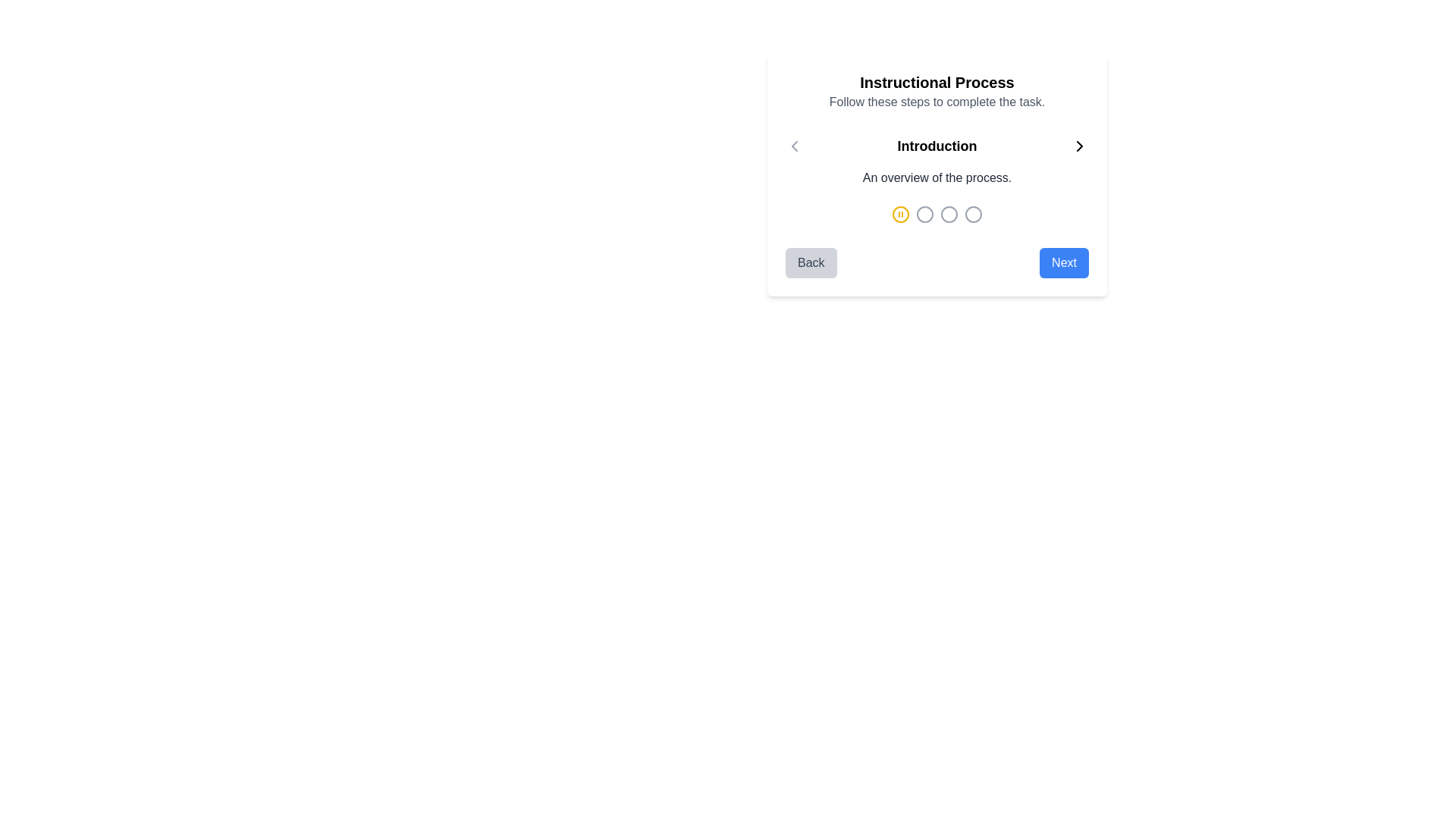  What do you see at coordinates (973, 214) in the screenshot?
I see `the fourth circle in the Step Progress Indicator` at bounding box center [973, 214].